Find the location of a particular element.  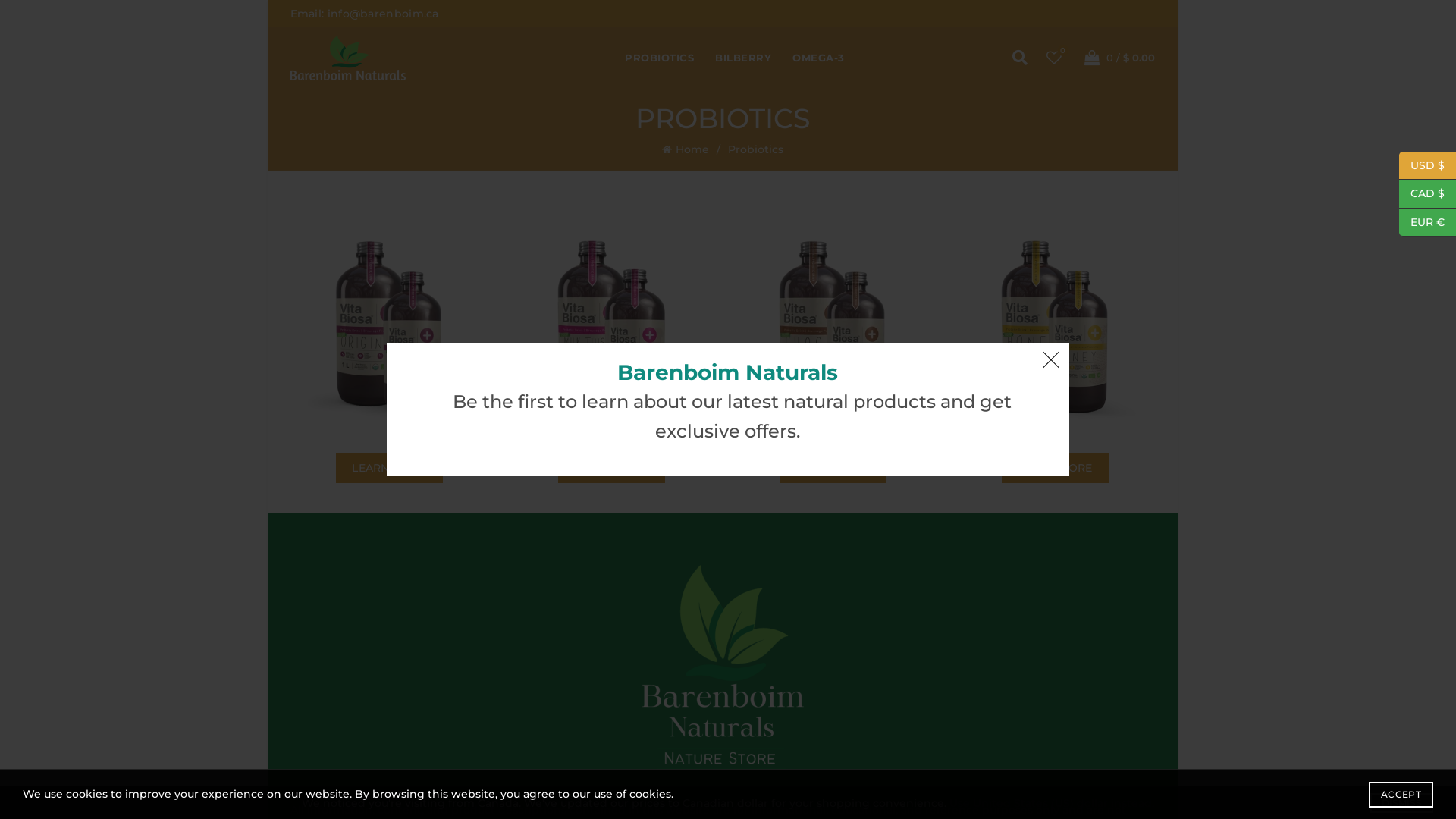

'Search' is located at coordinates (996, 20).